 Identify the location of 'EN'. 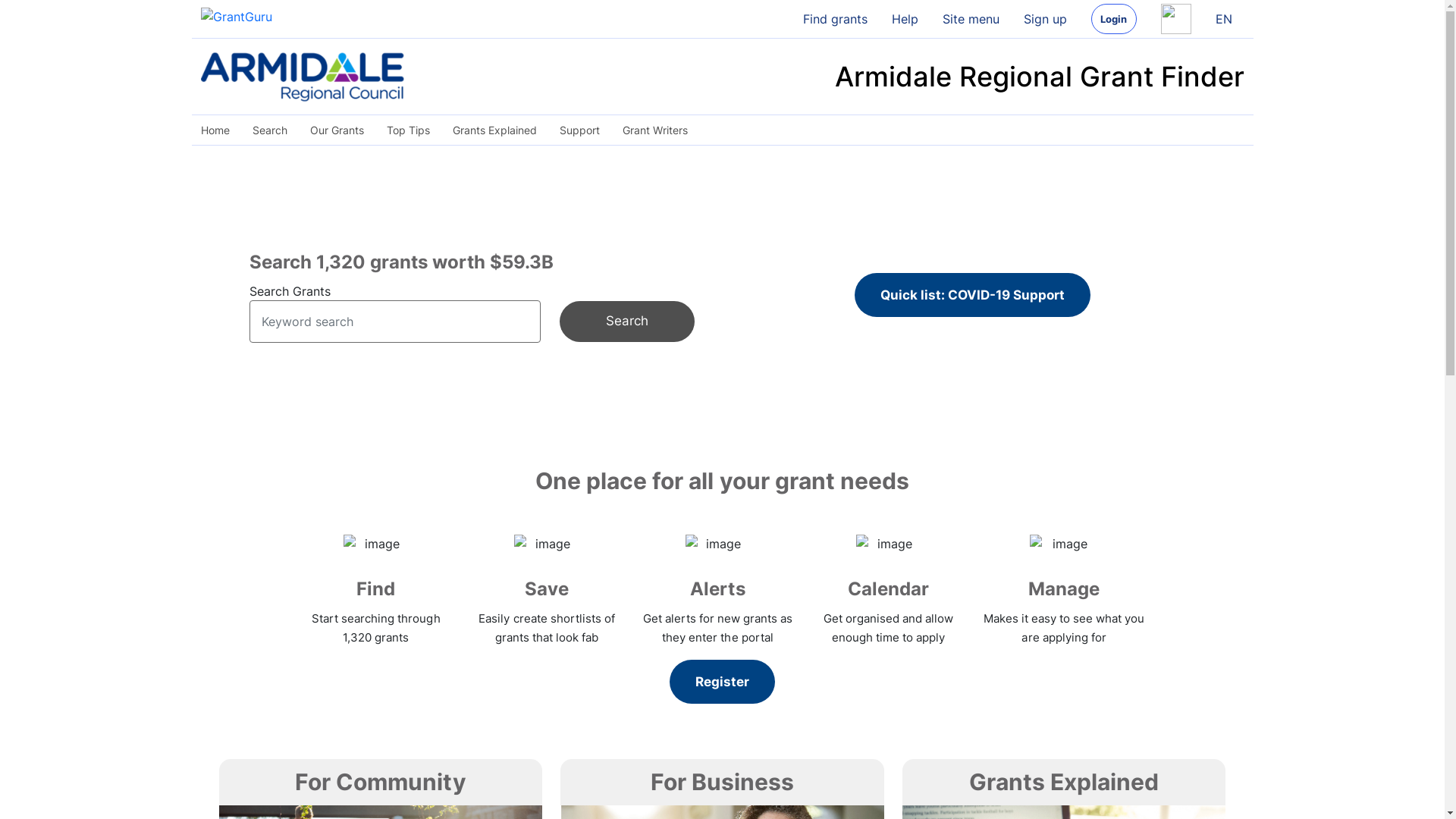
(1222, 18).